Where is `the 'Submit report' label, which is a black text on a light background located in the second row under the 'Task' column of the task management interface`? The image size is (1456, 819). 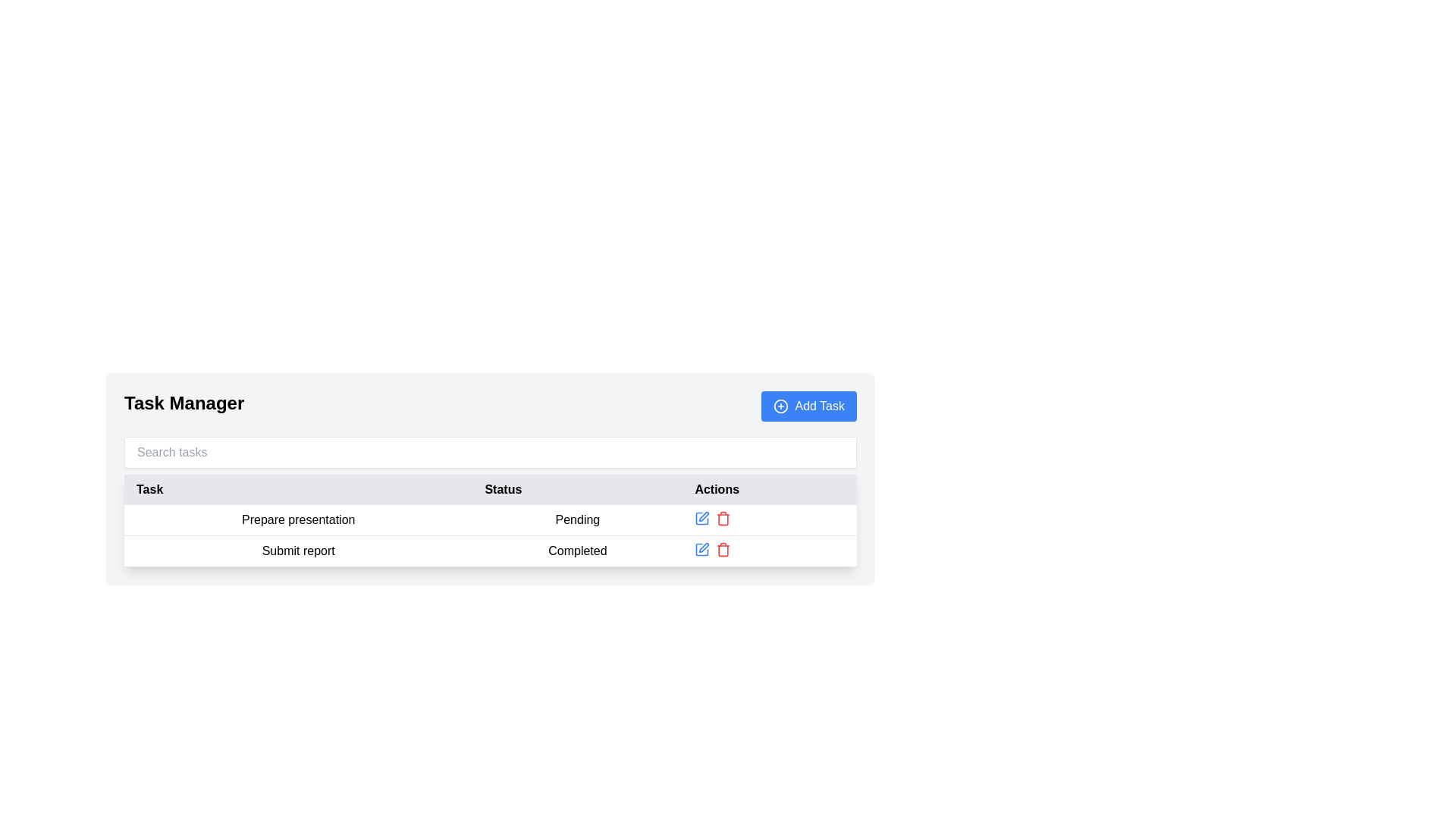 the 'Submit report' label, which is a black text on a light background located in the second row under the 'Task' column of the task management interface is located at coordinates (298, 551).